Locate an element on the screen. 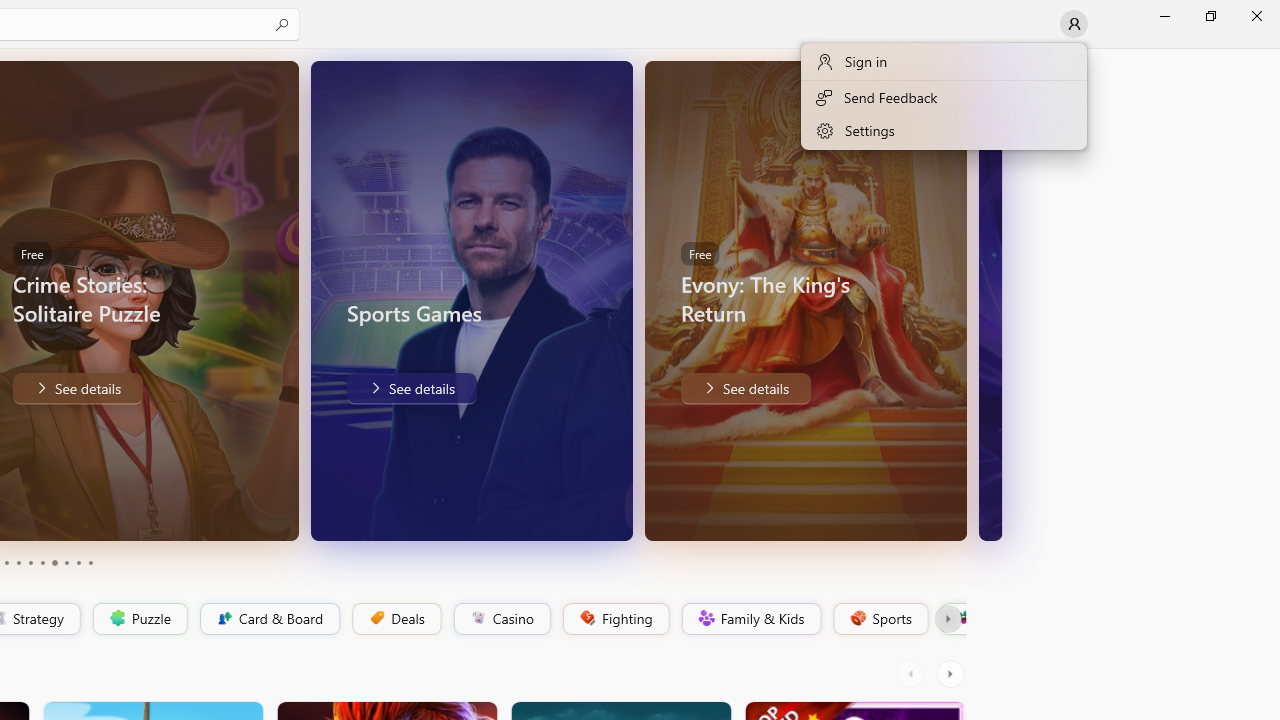 The height and width of the screenshot is (720, 1280). 'Fighting' is located at coordinates (614, 618).